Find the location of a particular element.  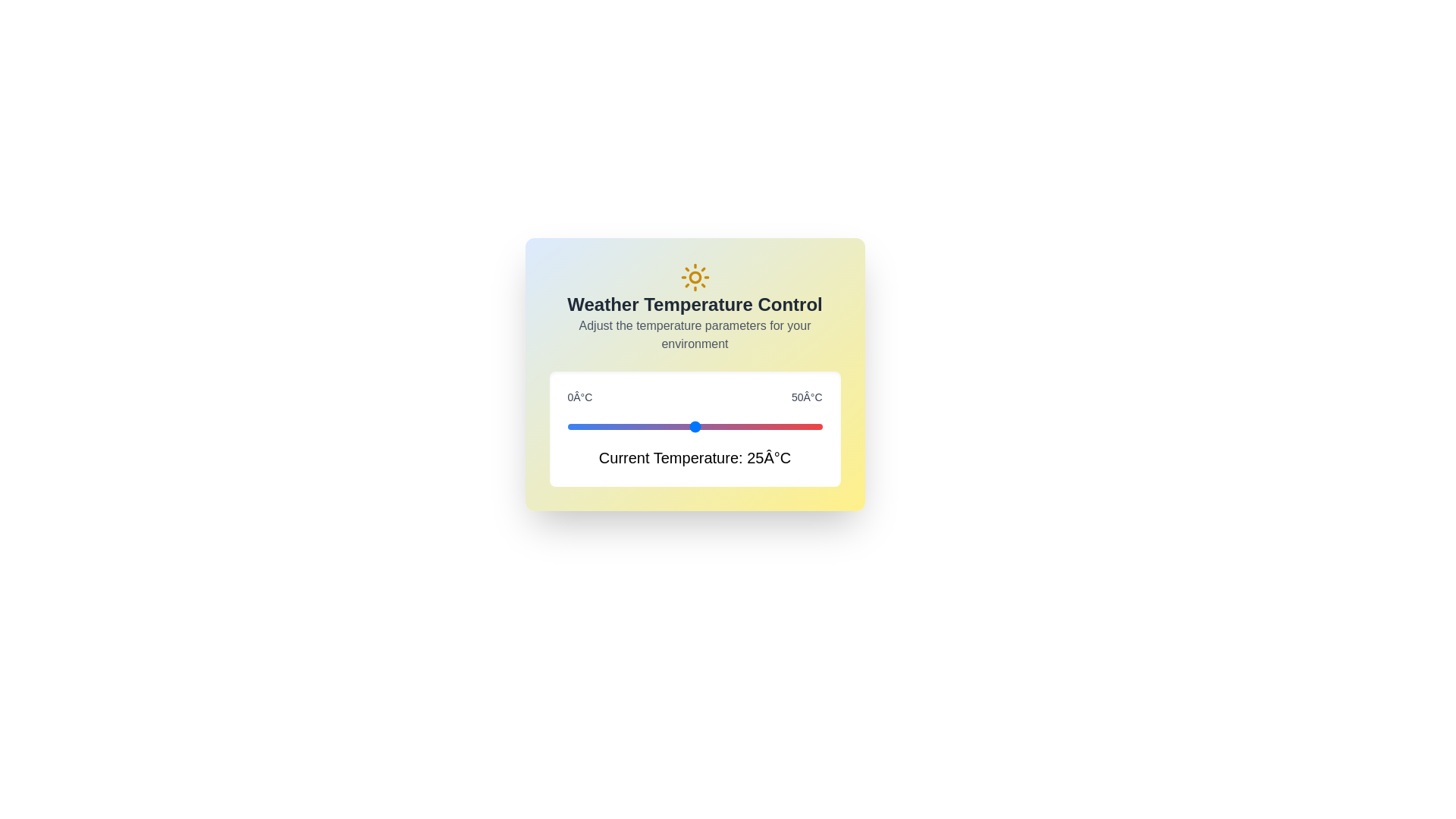

the temperature to 0°C using the slider is located at coordinates (566, 427).